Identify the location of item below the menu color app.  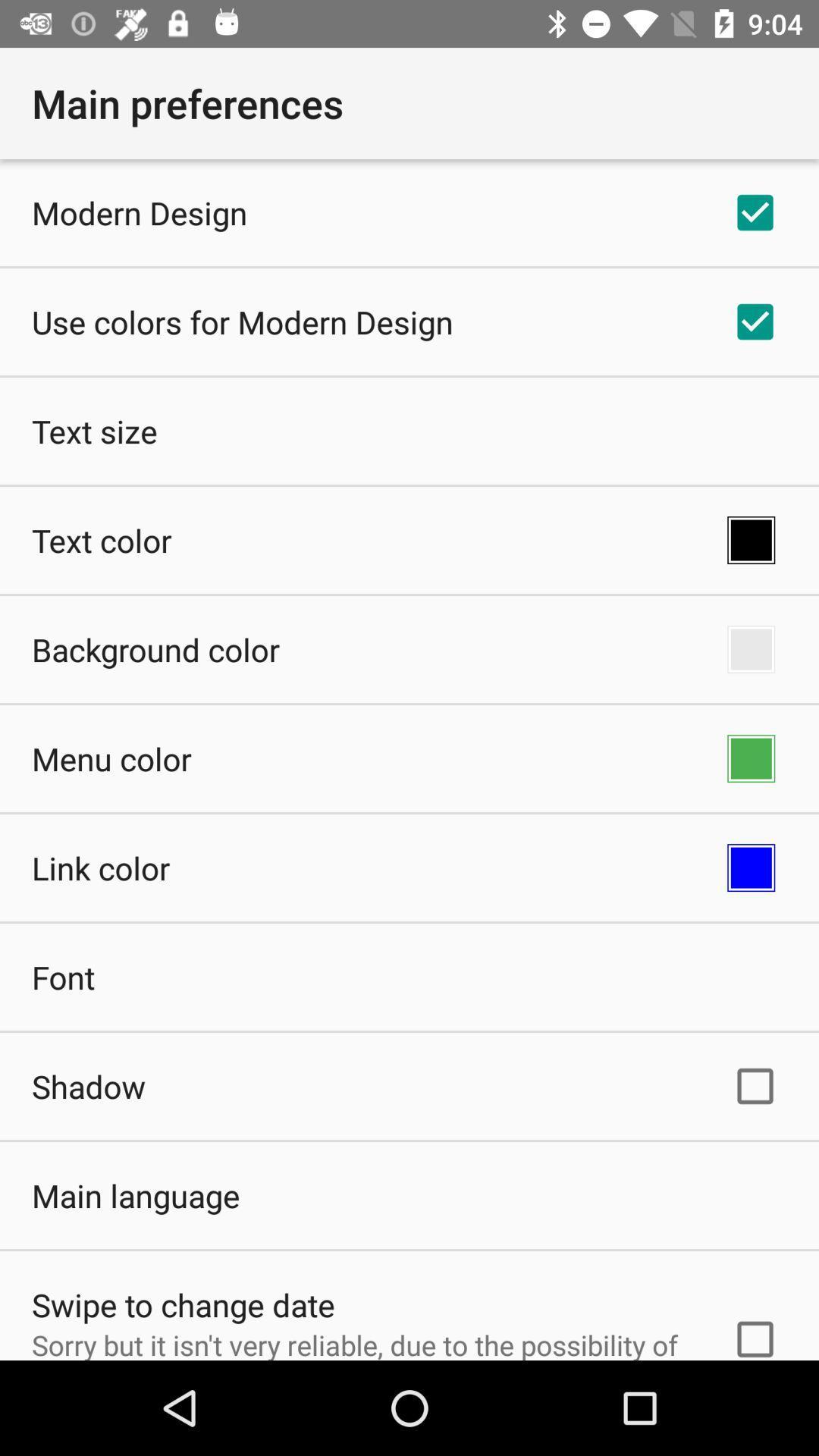
(101, 868).